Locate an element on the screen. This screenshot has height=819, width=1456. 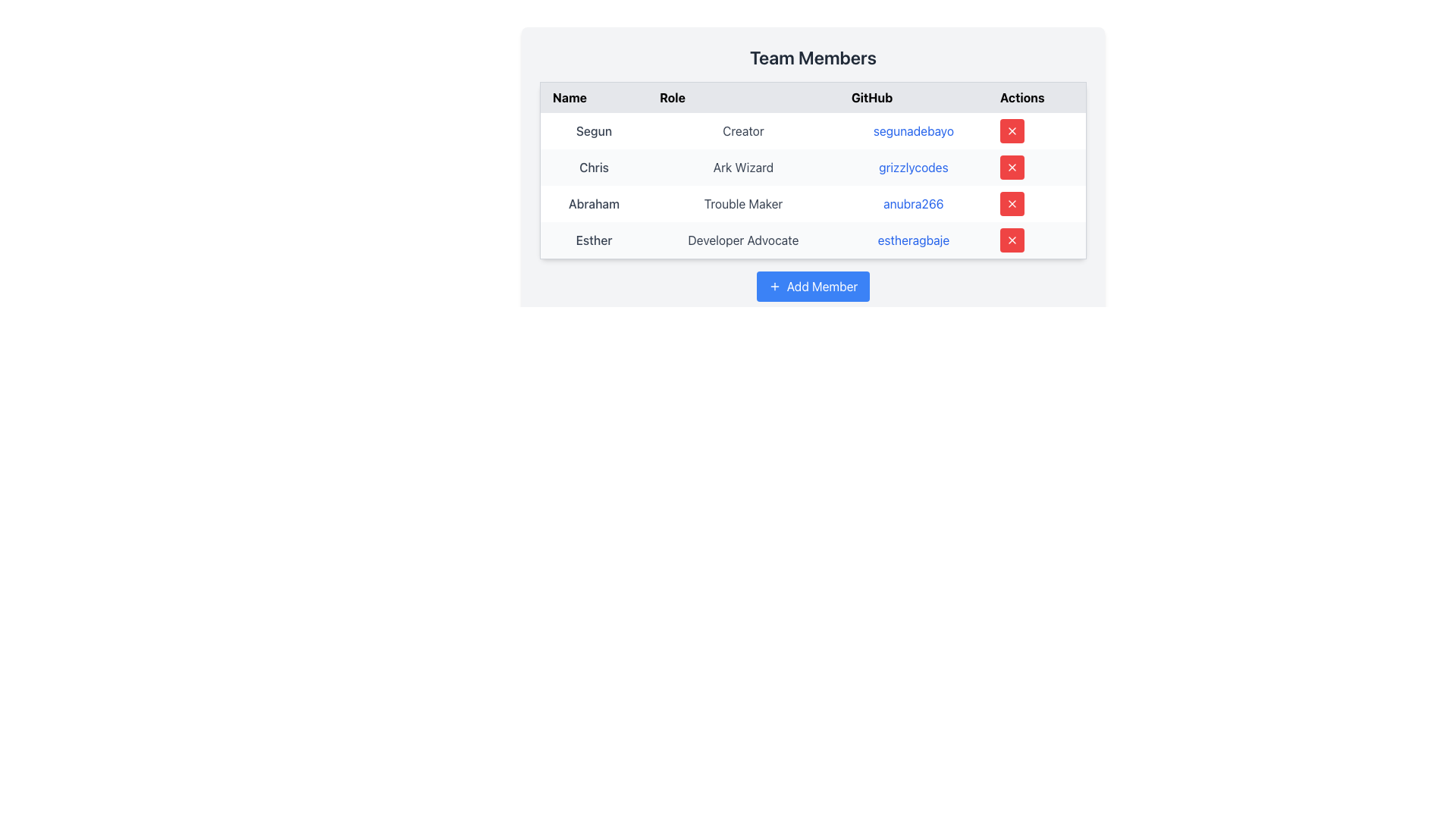
the static Text label indicating the role of 'Abraham' in the 'Role' column of the 'Team Members' table is located at coordinates (743, 203).